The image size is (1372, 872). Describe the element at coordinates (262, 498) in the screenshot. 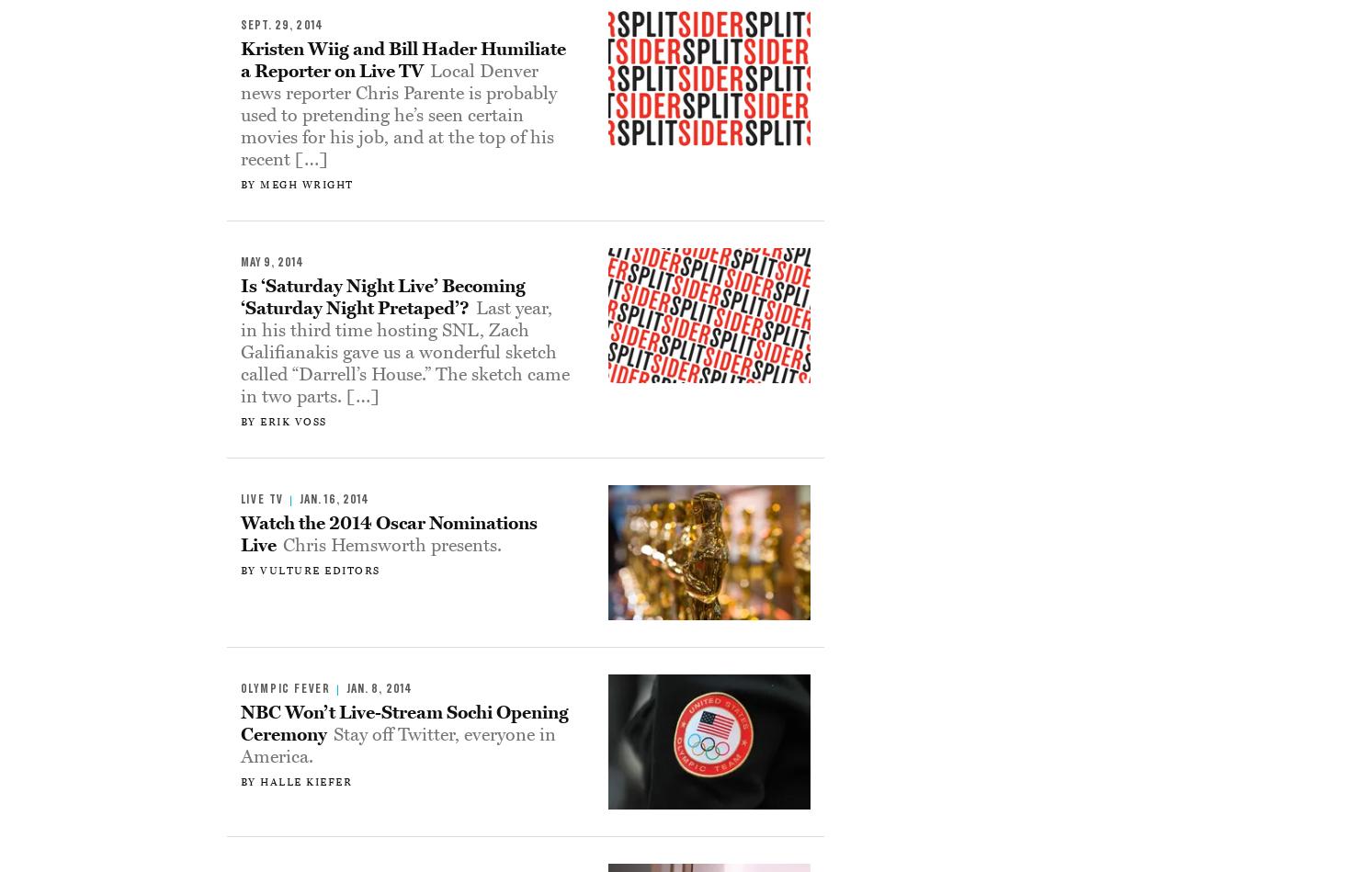

I see `'live tv'` at that location.